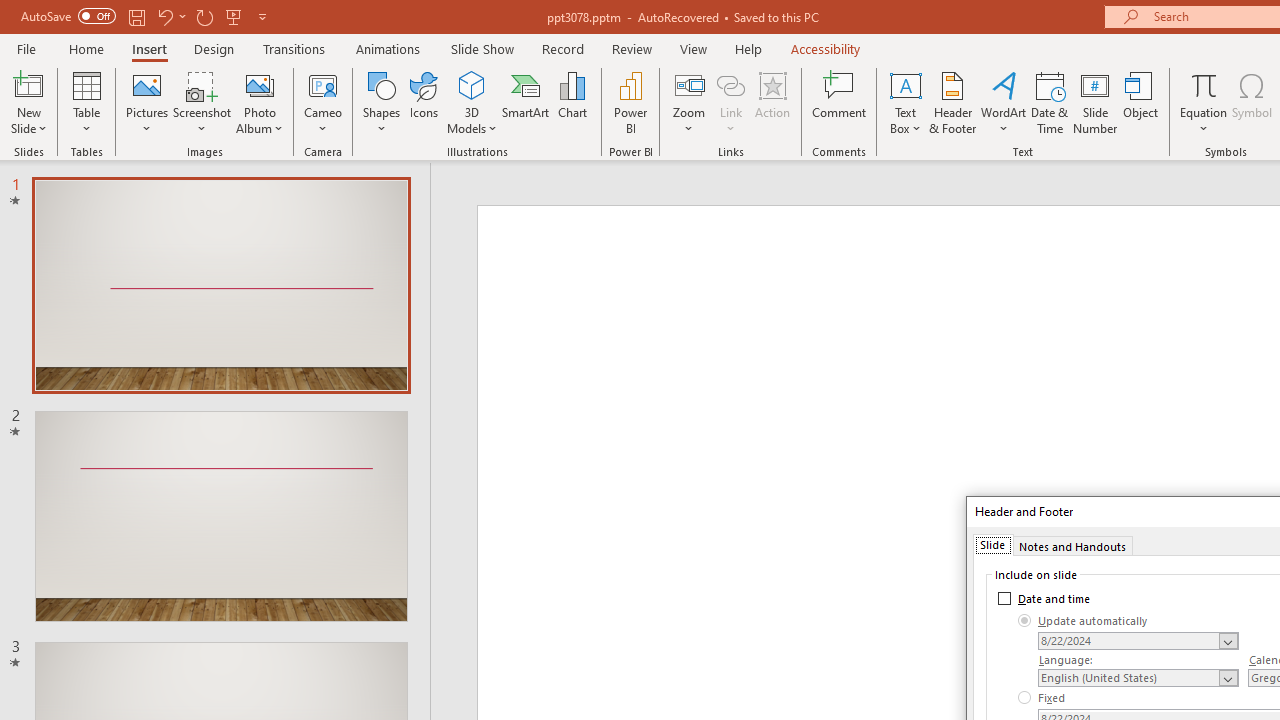 The image size is (1280, 720). What do you see at coordinates (772, 103) in the screenshot?
I see `'Action'` at bounding box center [772, 103].